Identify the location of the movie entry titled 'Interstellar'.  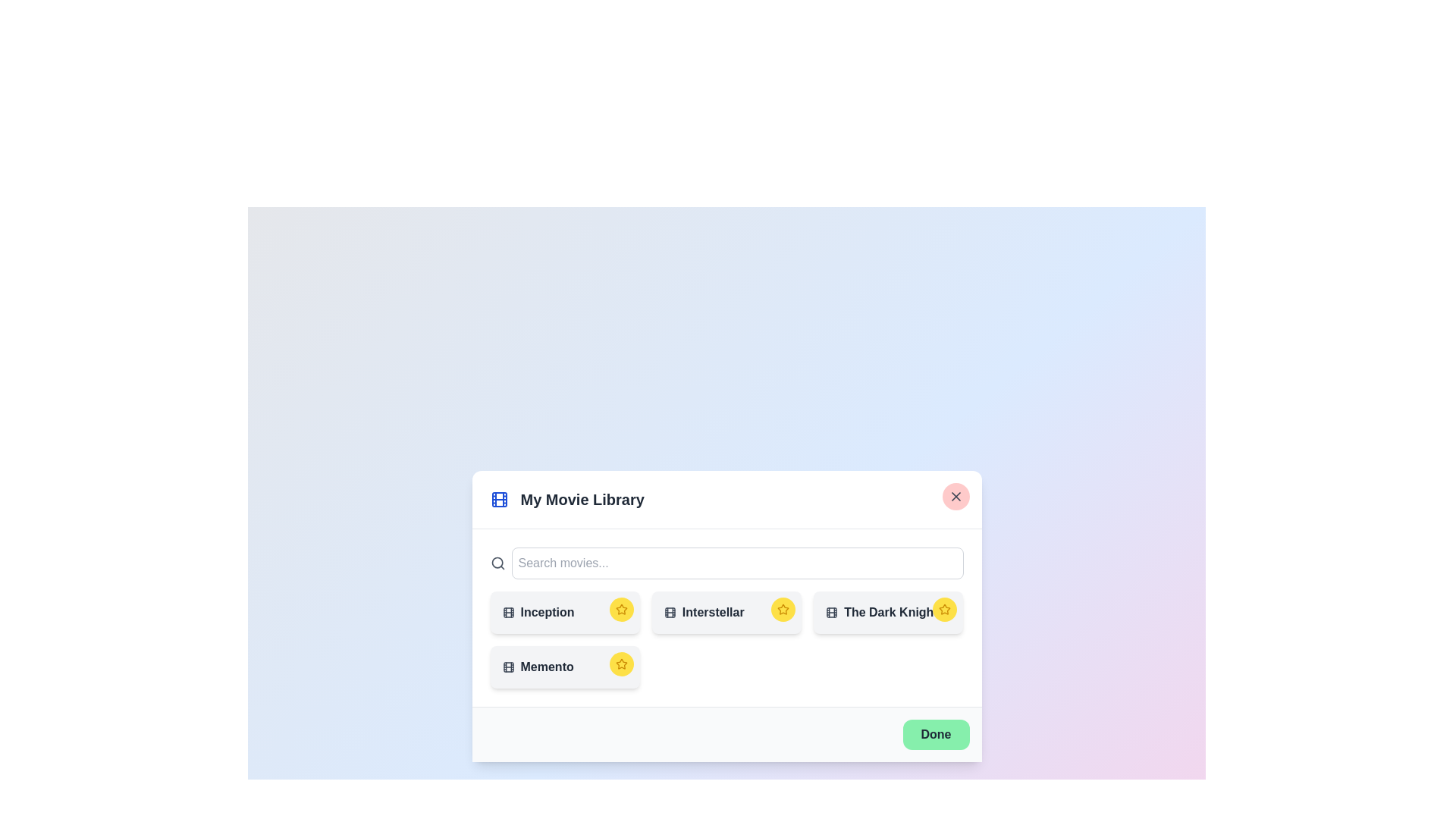
(726, 611).